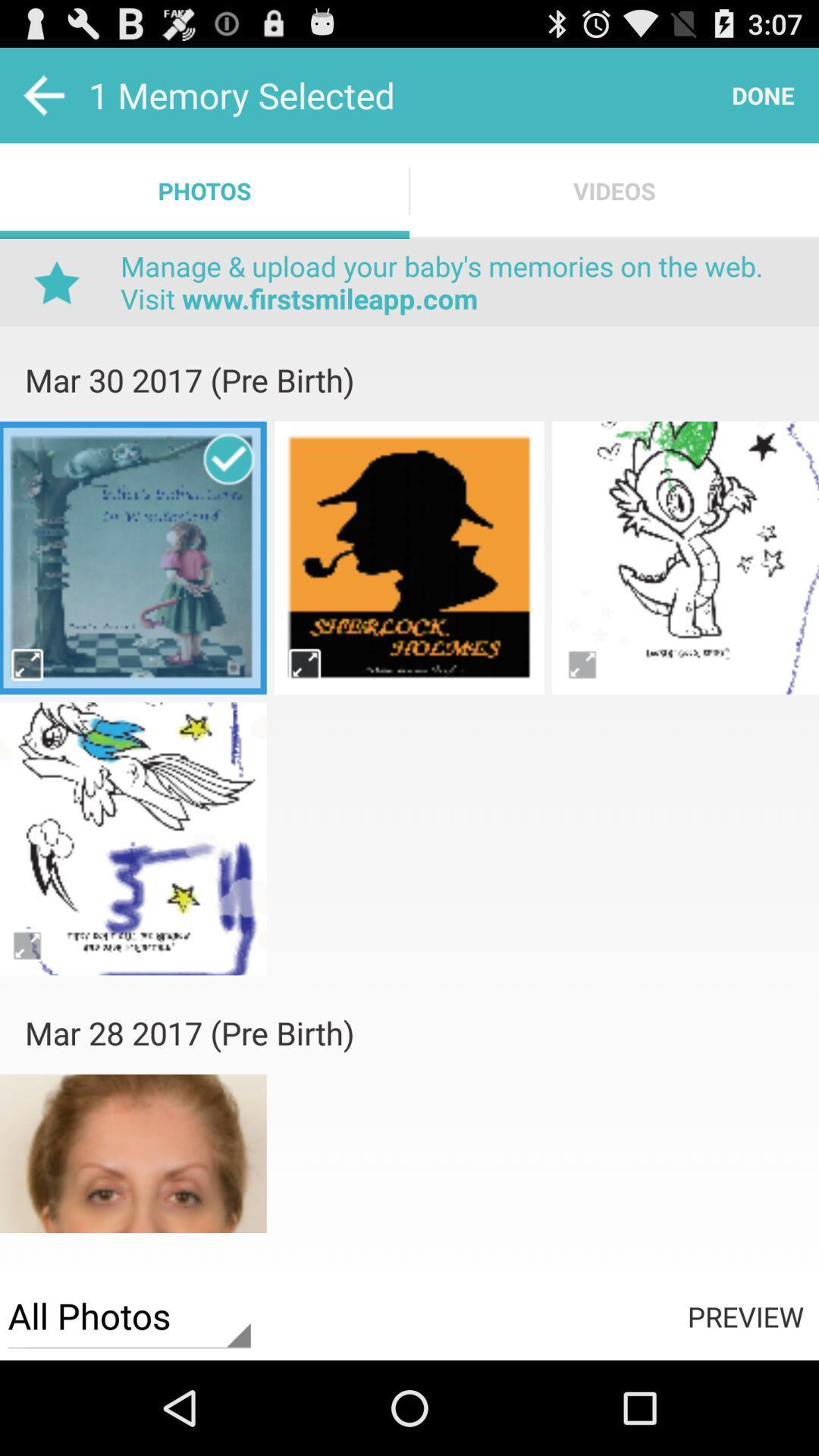 This screenshot has width=819, height=1456. What do you see at coordinates (132, 1169) in the screenshot?
I see `photo select` at bounding box center [132, 1169].